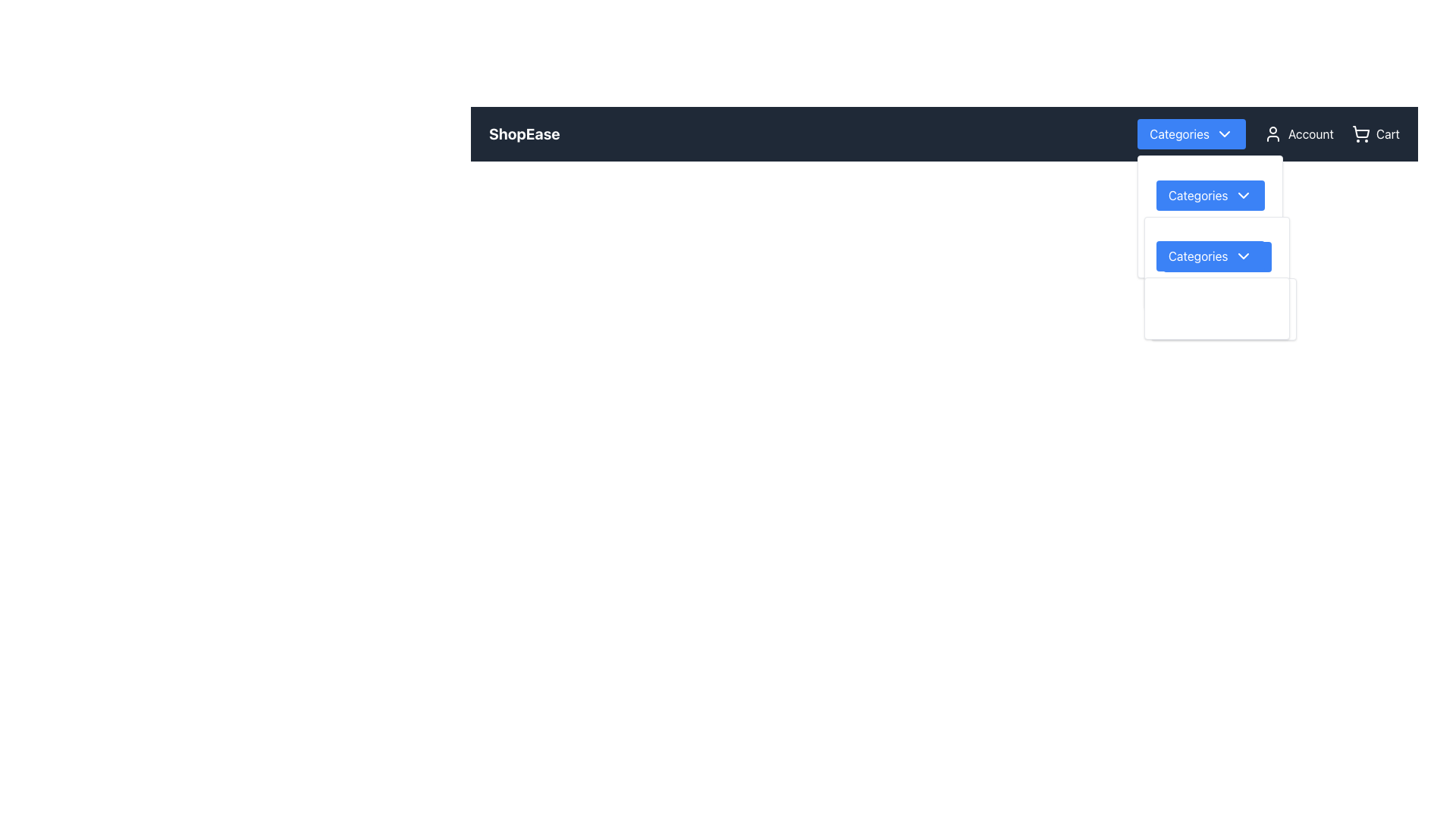 This screenshot has height=819, width=1456. Describe the element at coordinates (1178, 133) in the screenshot. I see `styling of the 'Categories' text label located on the top navigation bar next to the downward arrow icon` at that location.